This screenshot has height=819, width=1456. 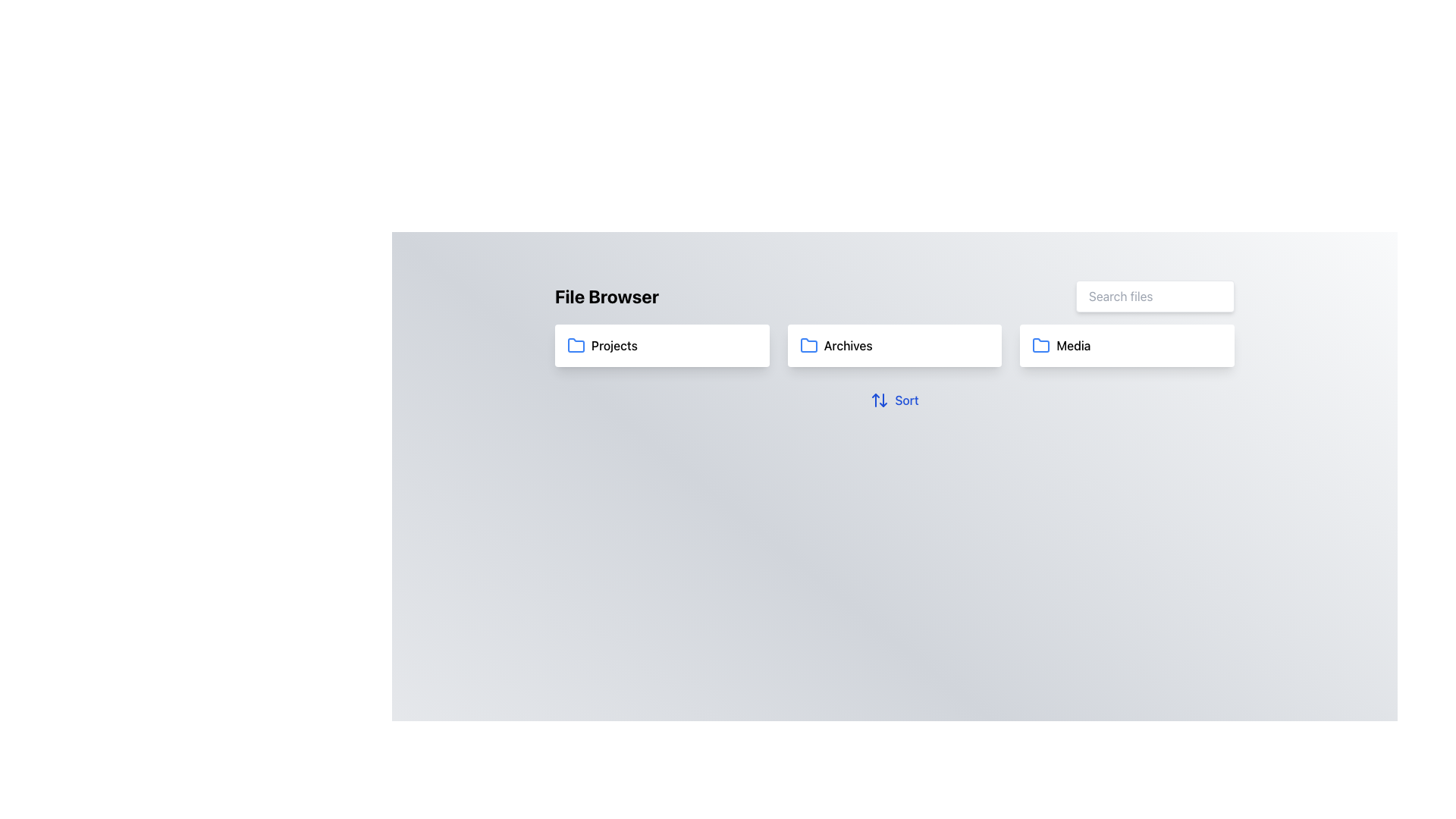 What do you see at coordinates (808, 345) in the screenshot?
I see `the folder icon with a blue outline, located` at bounding box center [808, 345].